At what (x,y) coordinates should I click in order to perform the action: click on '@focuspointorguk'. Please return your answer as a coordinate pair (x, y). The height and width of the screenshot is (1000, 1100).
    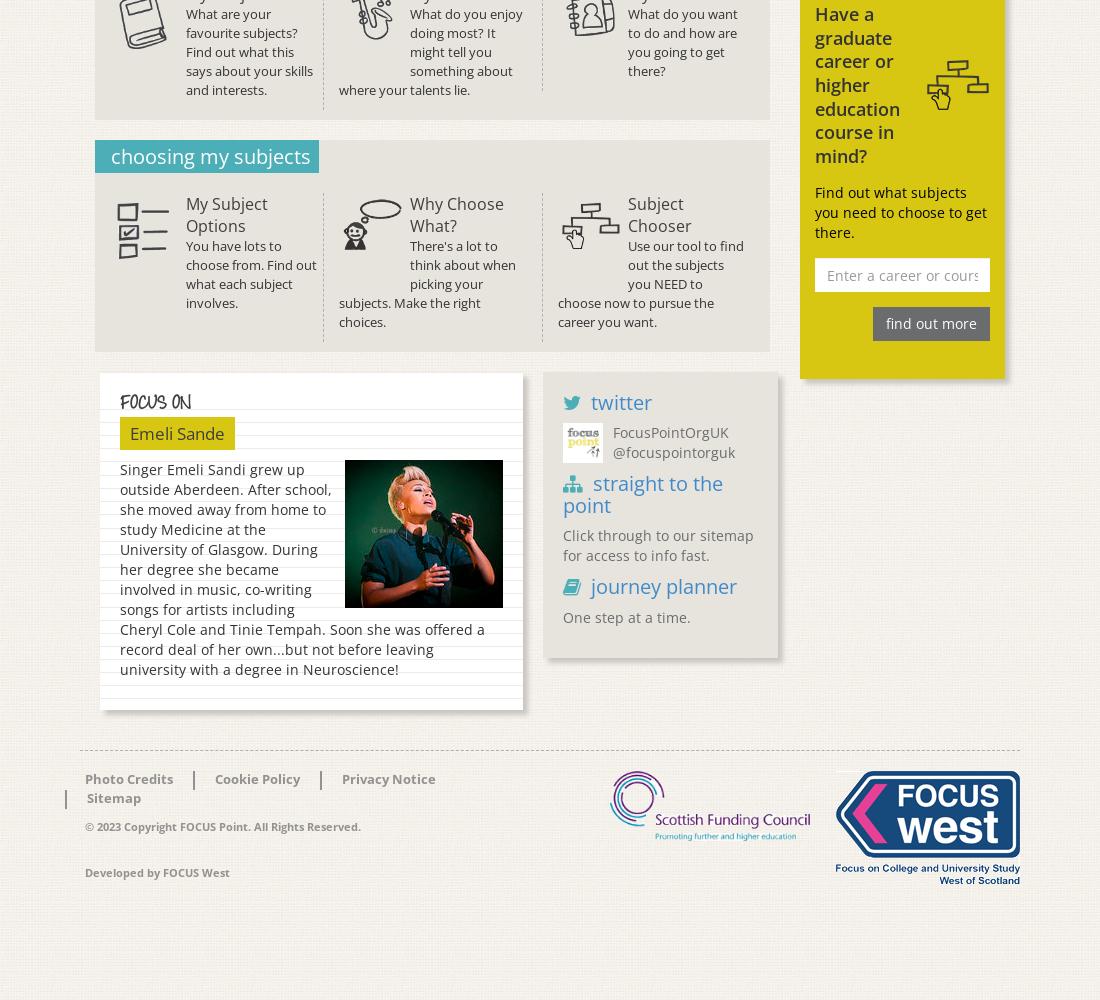
    Looking at the image, I should click on (673, 451).